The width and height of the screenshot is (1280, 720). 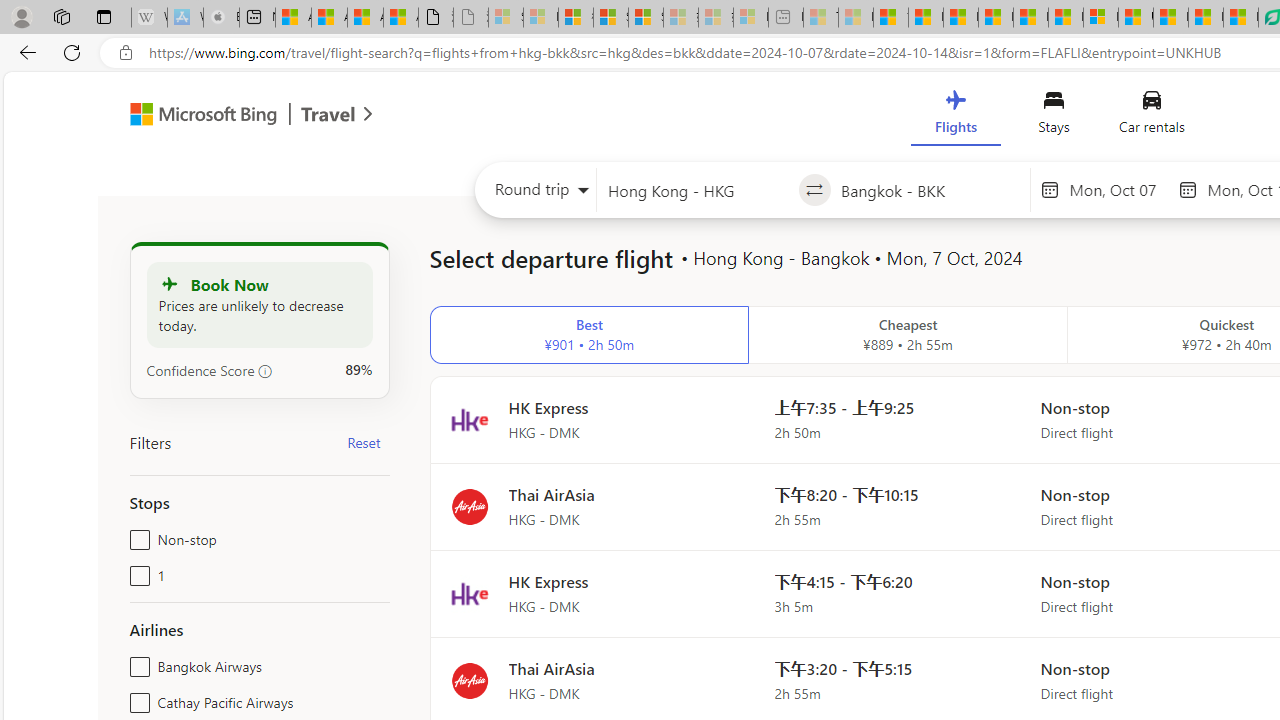 I want to click on 'Flight logo', so click(x=468, y=679).